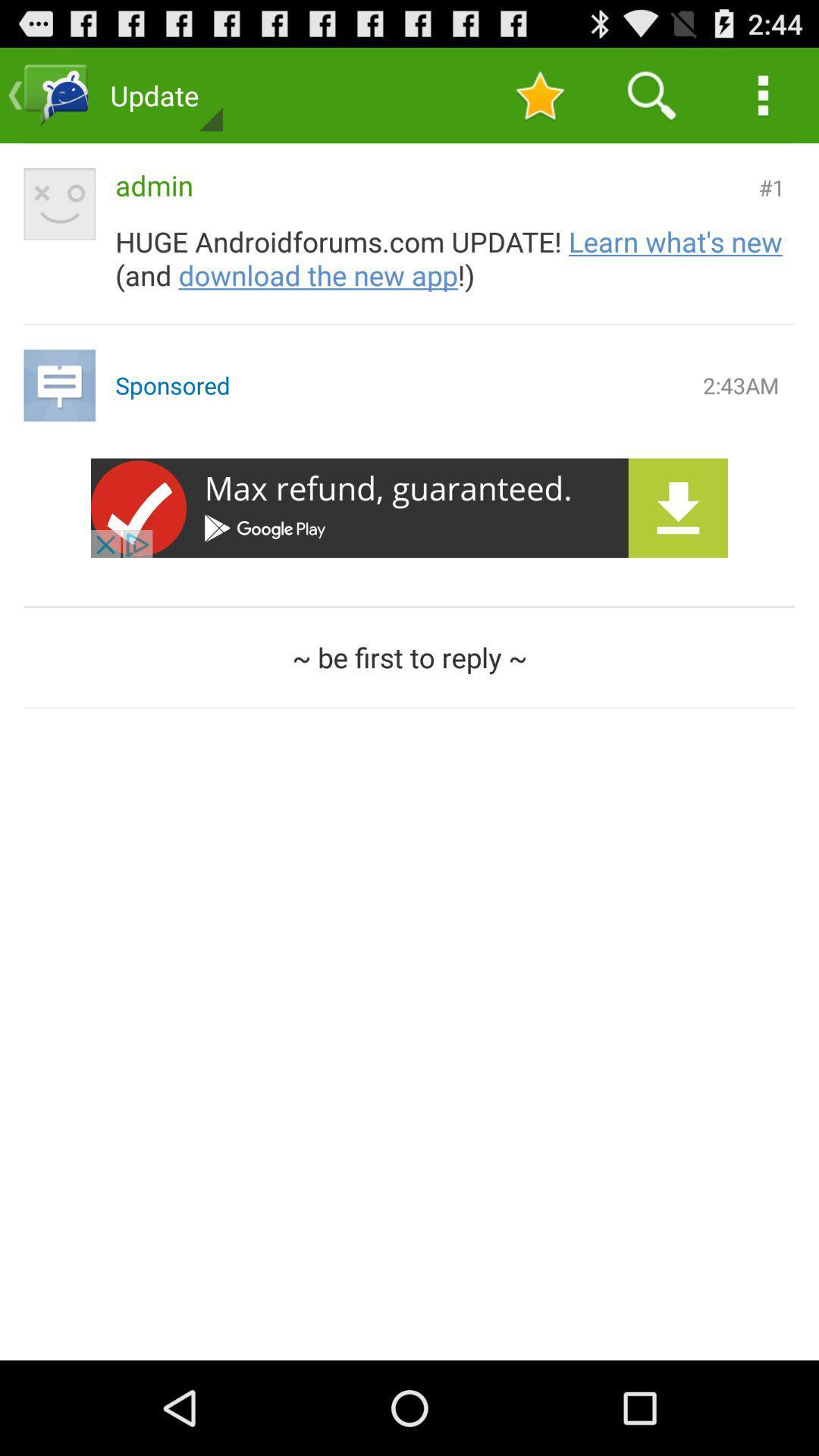  I want to click on to download, so click(409, 508).